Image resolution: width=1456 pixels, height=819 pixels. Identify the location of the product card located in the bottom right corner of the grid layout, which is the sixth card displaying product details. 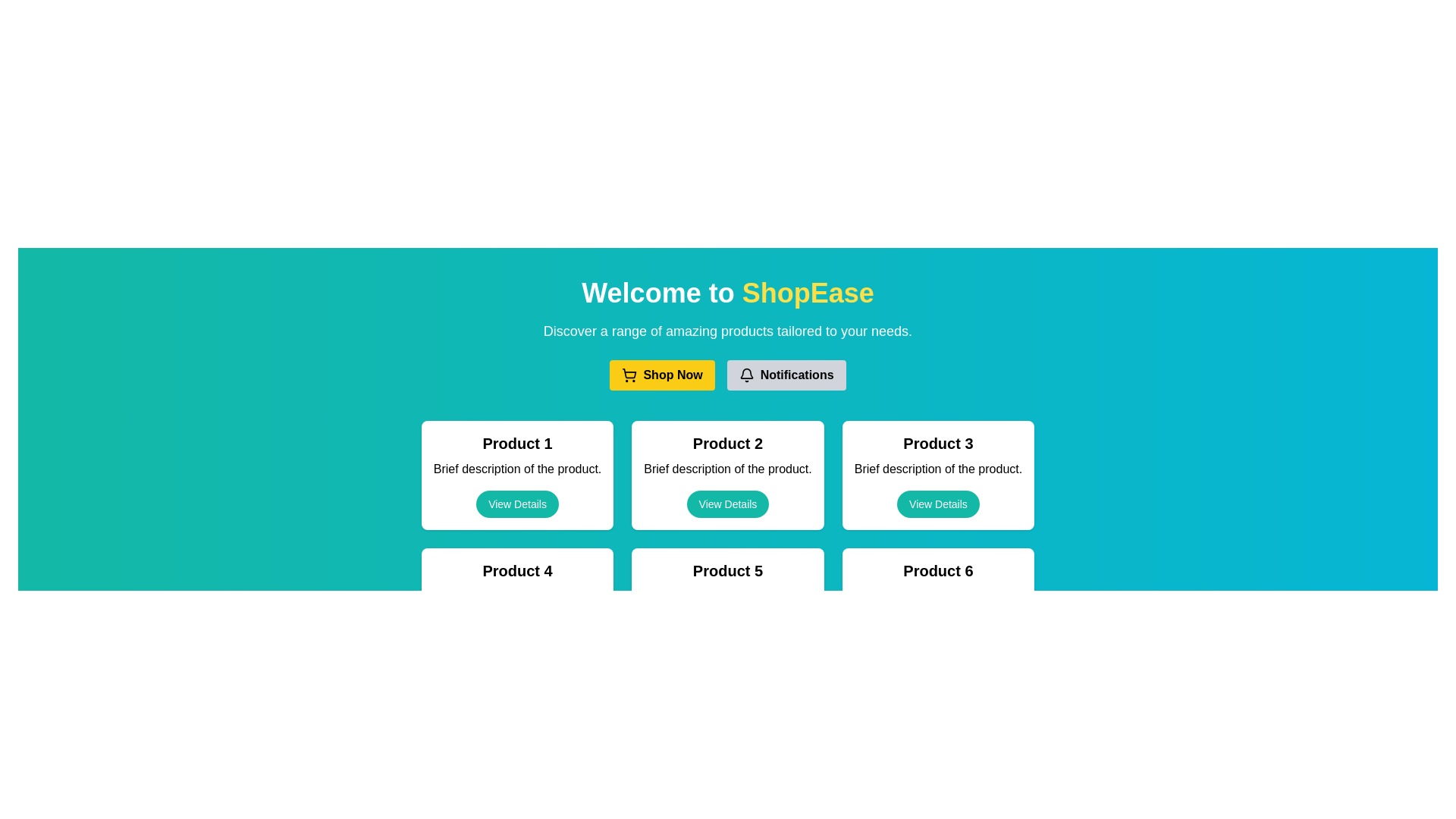
(937, 601).